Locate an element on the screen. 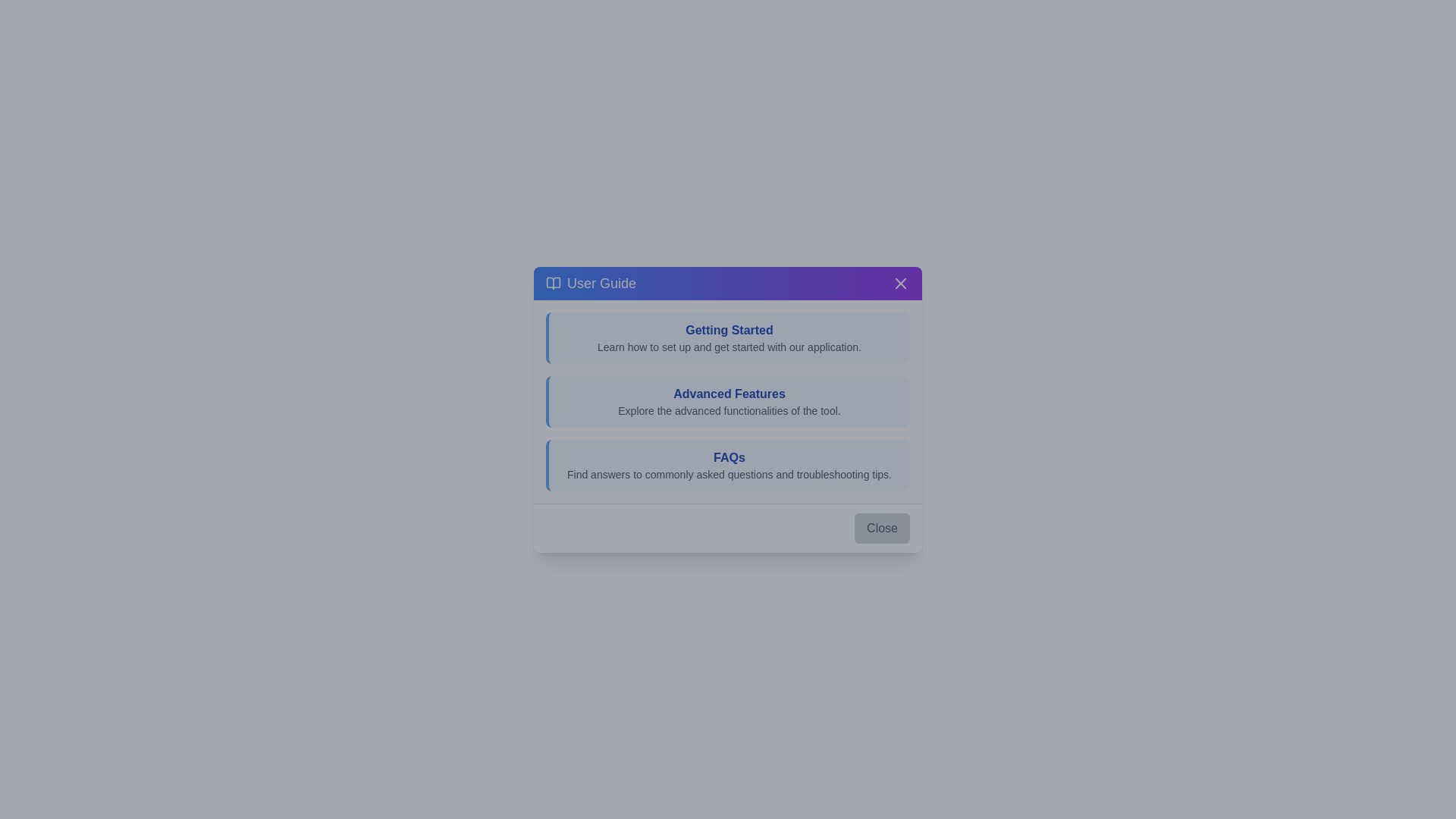 The height and width of the screenshot is (819, 1456). the Informational Box, which is the third item in the vertically stacked options within the 'User Guide' modal, located below 'Advanced Features' and above the 'Close' button is located at coordinates (728, 464).